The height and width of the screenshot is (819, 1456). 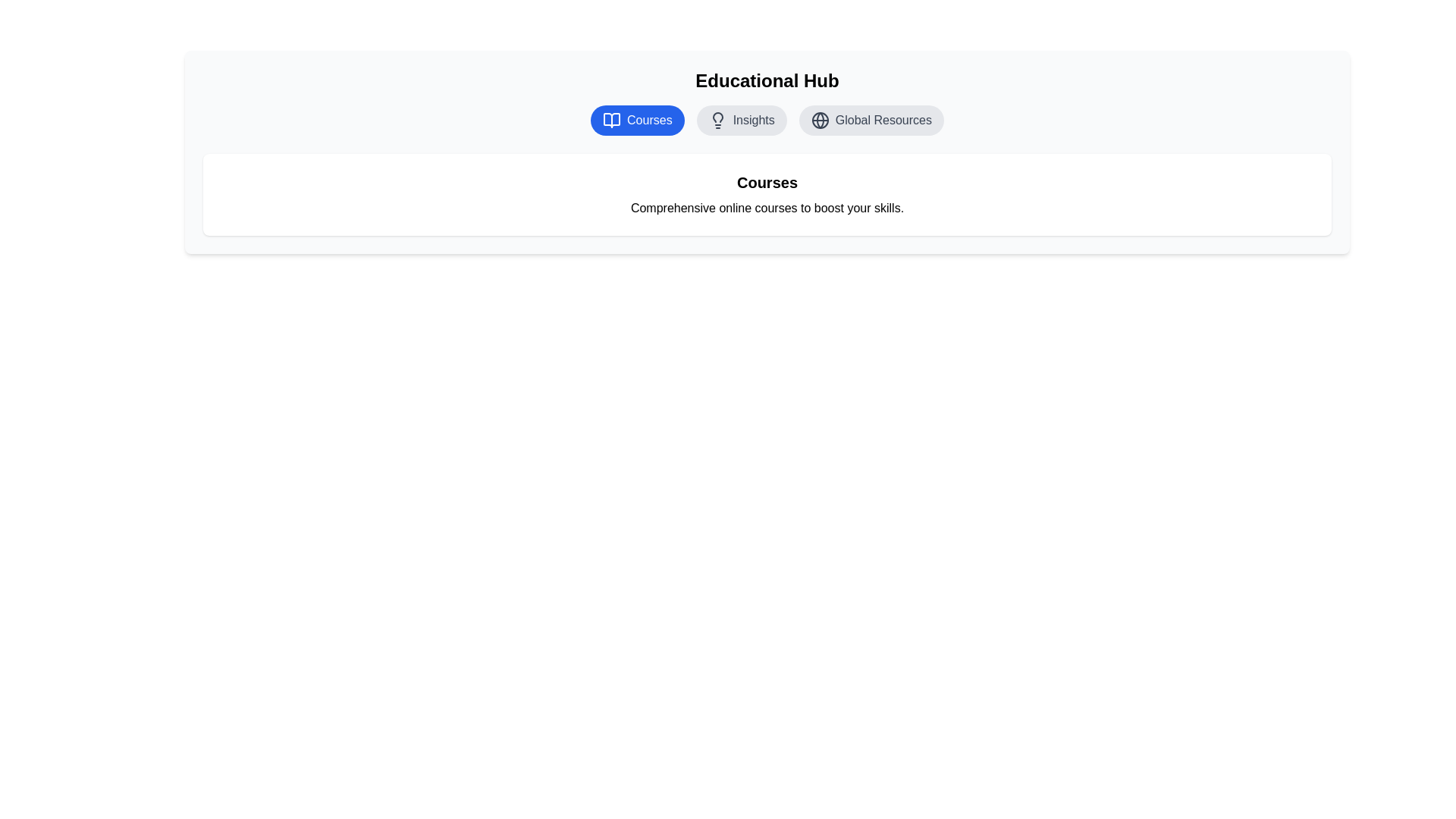 What do you see at coordinates (871, 119) in the screenshot?
I see `the 'Global Resources' tab to view its content` at bounding box center [871, 119].